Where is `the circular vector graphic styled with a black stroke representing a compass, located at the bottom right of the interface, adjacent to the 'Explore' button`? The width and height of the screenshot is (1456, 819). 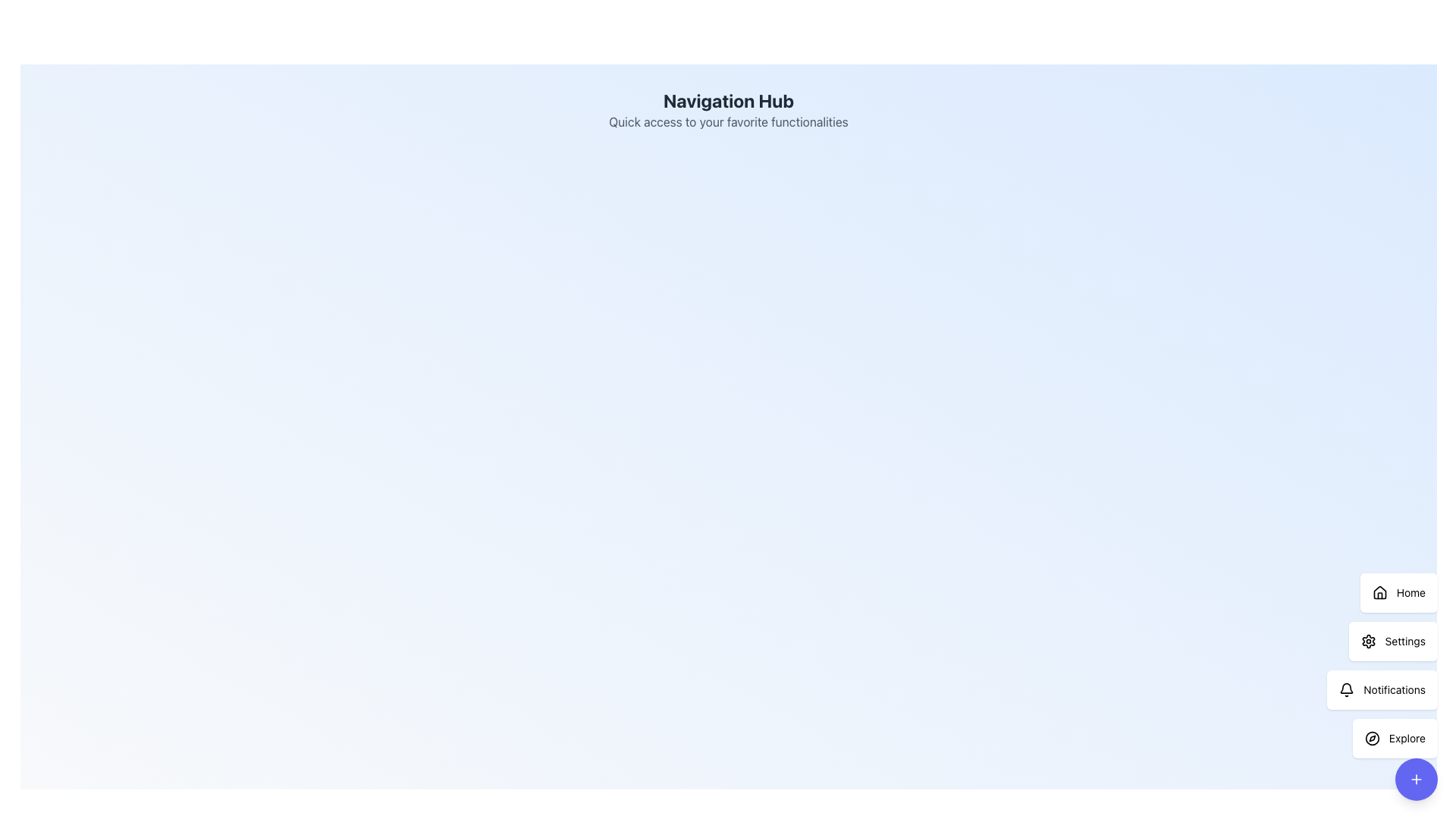
the circular vector graphic styled with a black stroke representing a compass, located at the bottom right of the interface, adjacent to the 'Explore' button is located at coordinates (1372, 738).